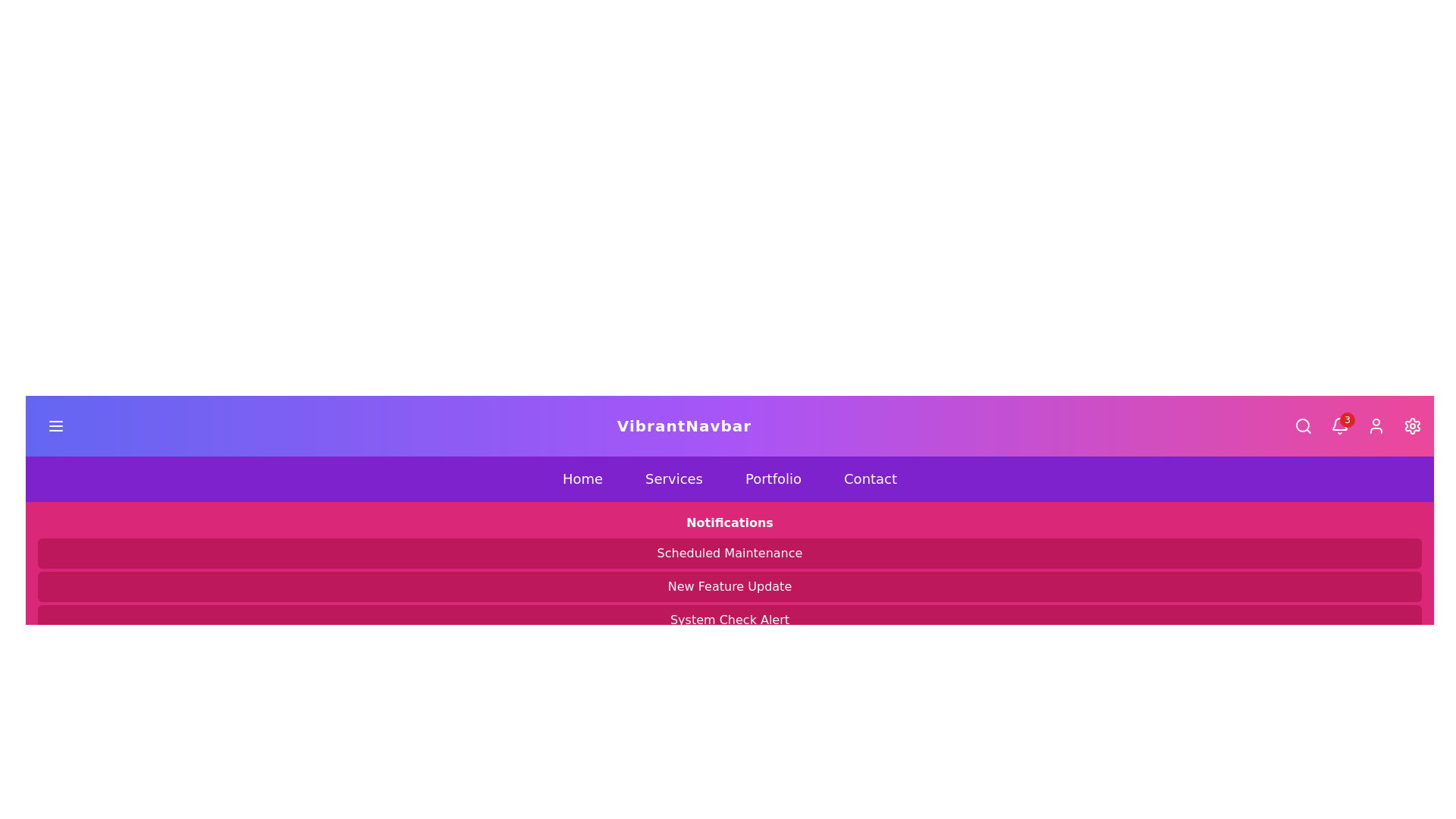 This screenshot has width=1456, height=819. What do you see at coordinates (730, 522) in the screenshot?
I see `the 'Notifications' text label, which is styled in bold font and positioned centrally on a pink background, above the list of notification items` at bounding box center [730, 522].